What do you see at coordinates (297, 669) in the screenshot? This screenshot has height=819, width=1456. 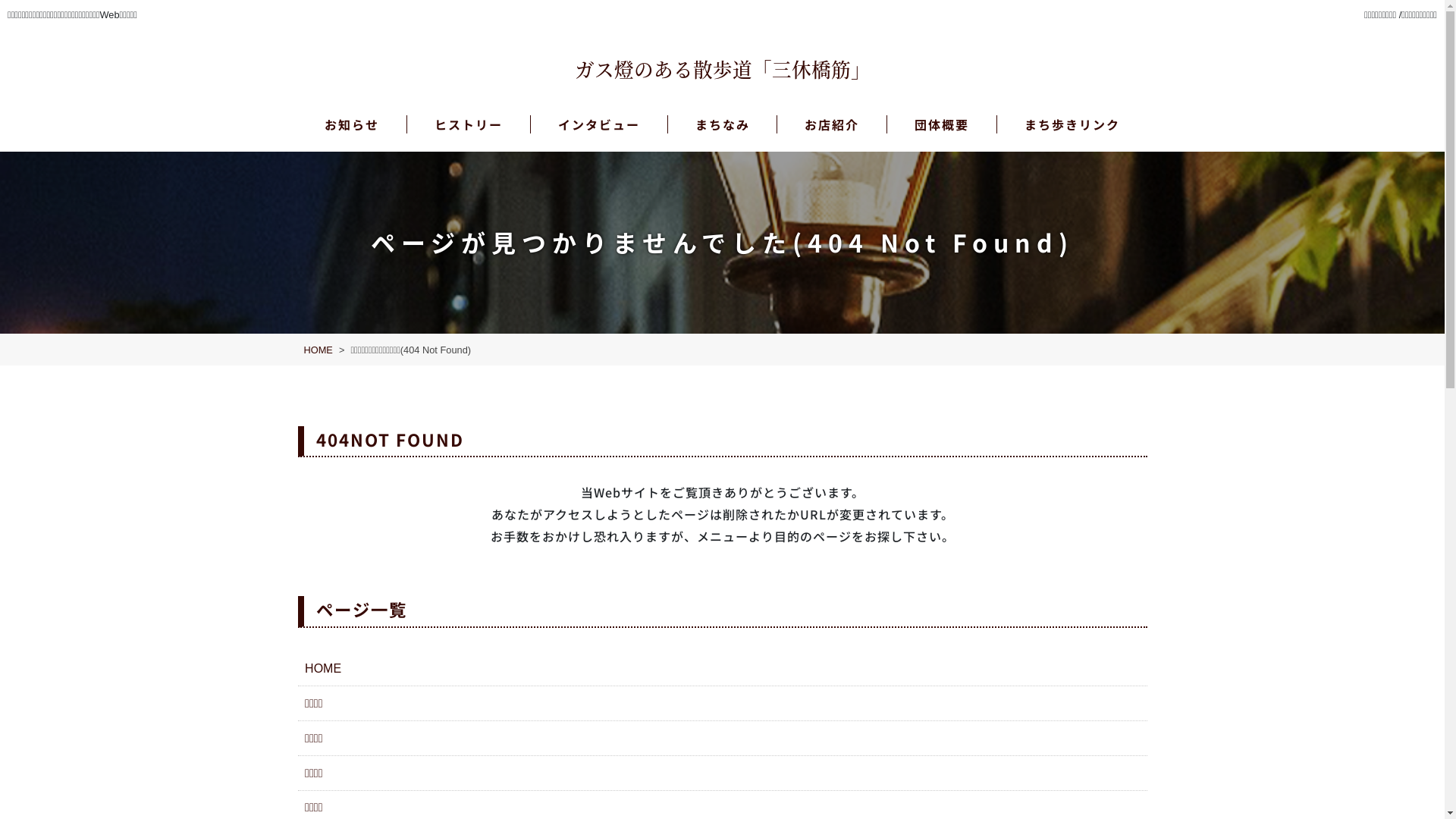 I see `'HOME'` at bounding box center [297, 669].